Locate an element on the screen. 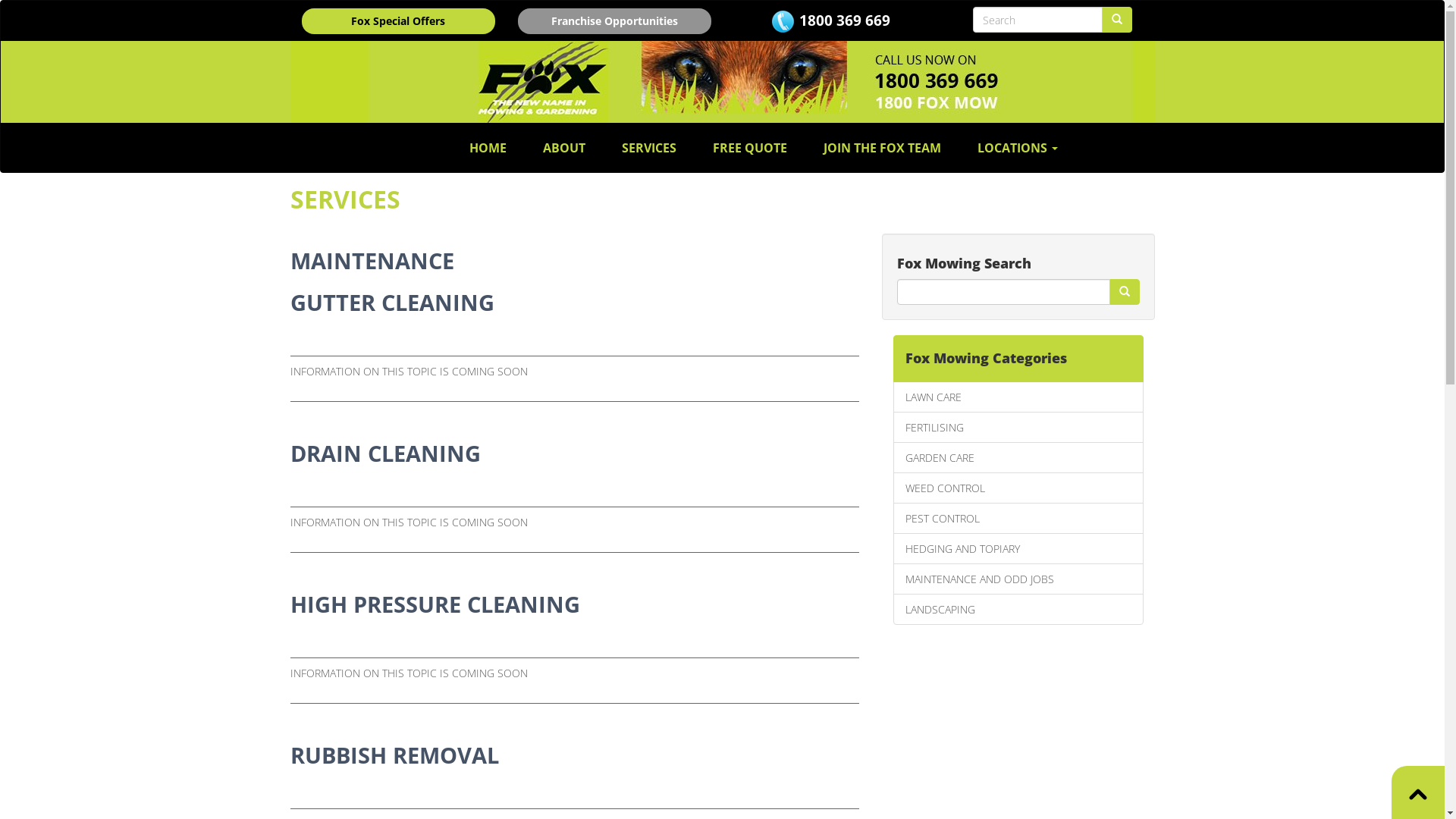 The width and height of the screenshot is (1456, 819). '  ' is located at coordinates (1124, 292).